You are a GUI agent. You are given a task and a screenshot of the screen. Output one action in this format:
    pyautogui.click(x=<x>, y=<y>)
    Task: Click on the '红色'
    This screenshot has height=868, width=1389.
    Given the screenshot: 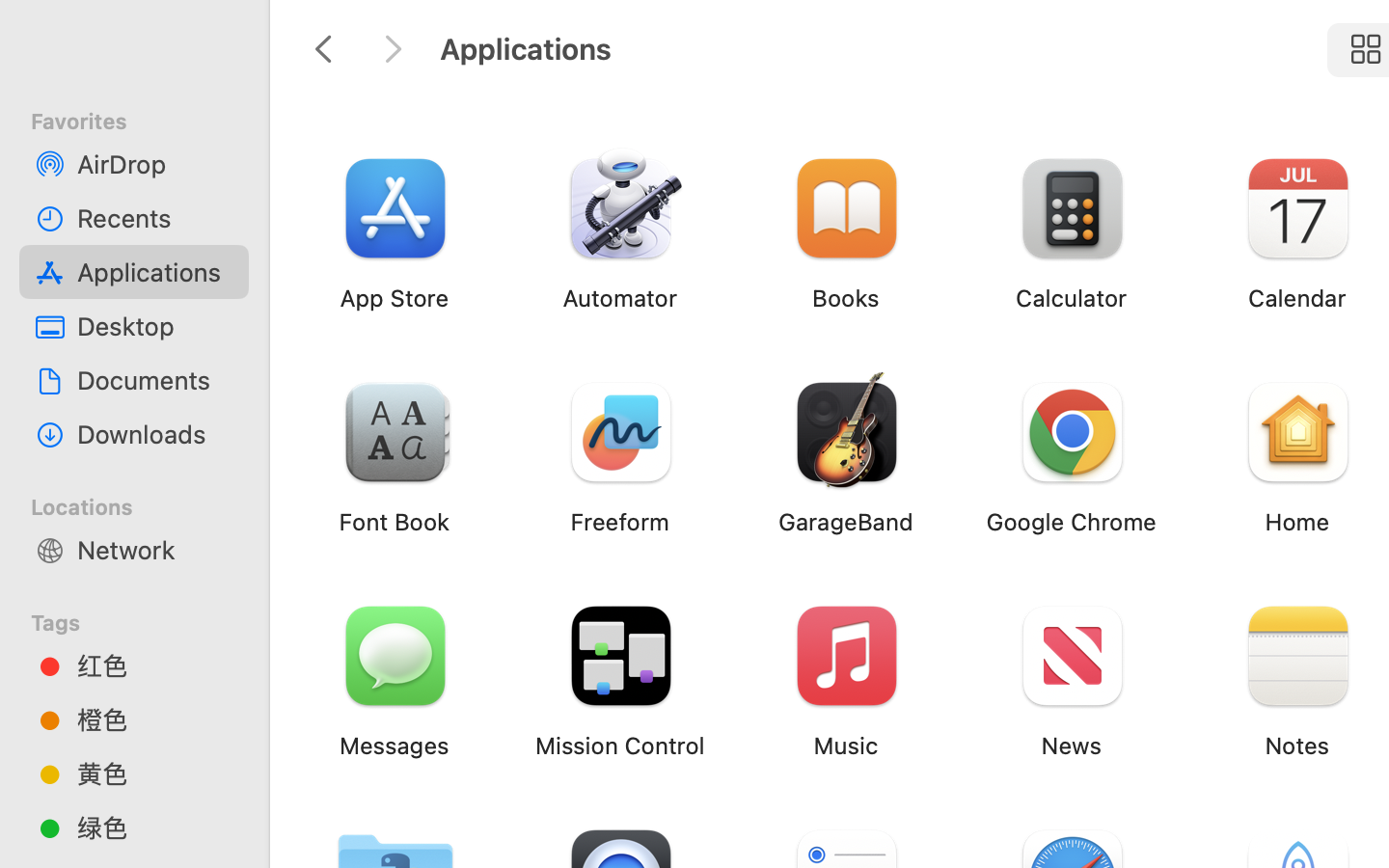 What is the action you would take?
    pyautogui.click(x=153, y=665)
    